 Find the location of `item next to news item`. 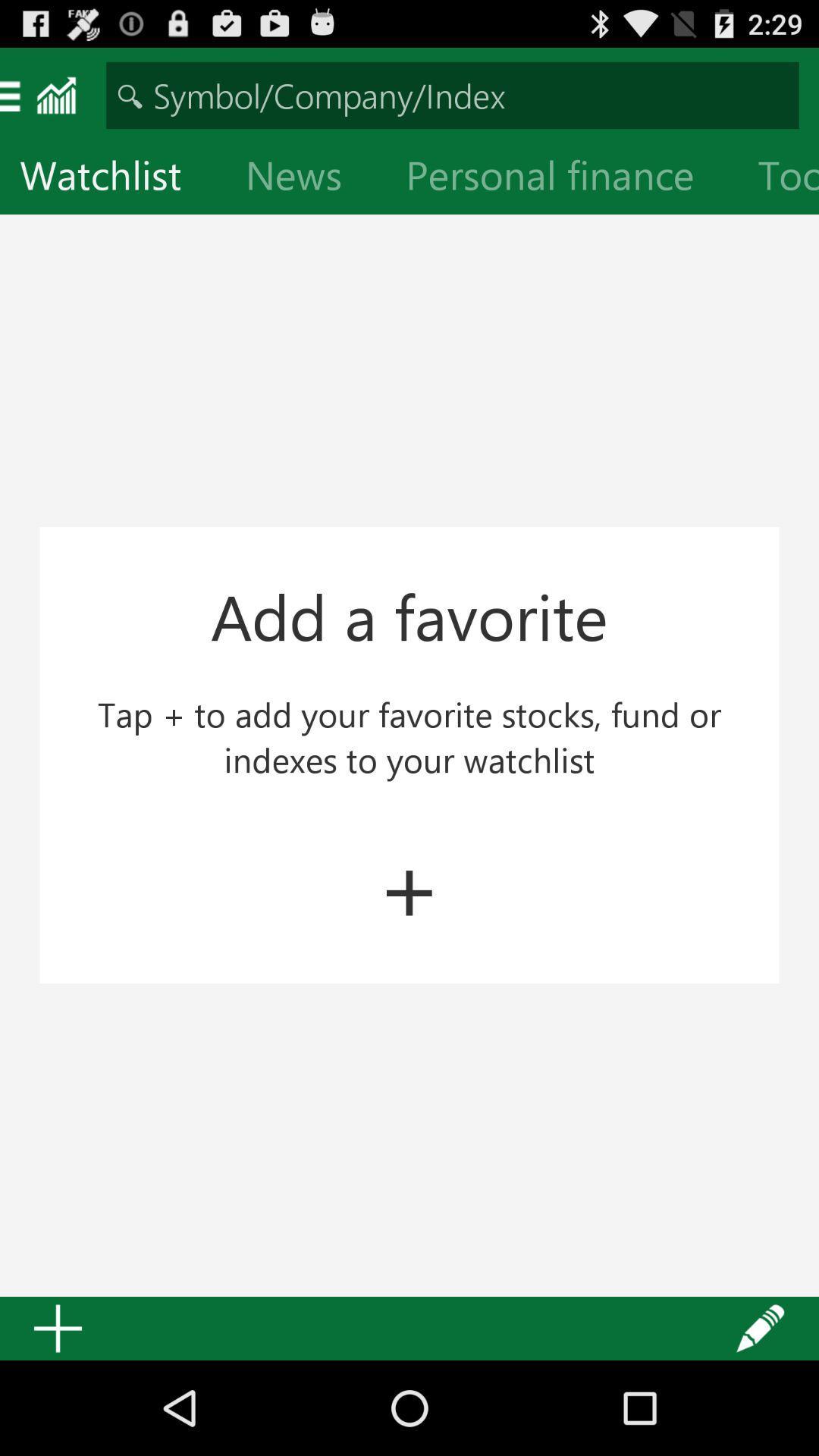

item next to news item is located at coordinates (562, 178).